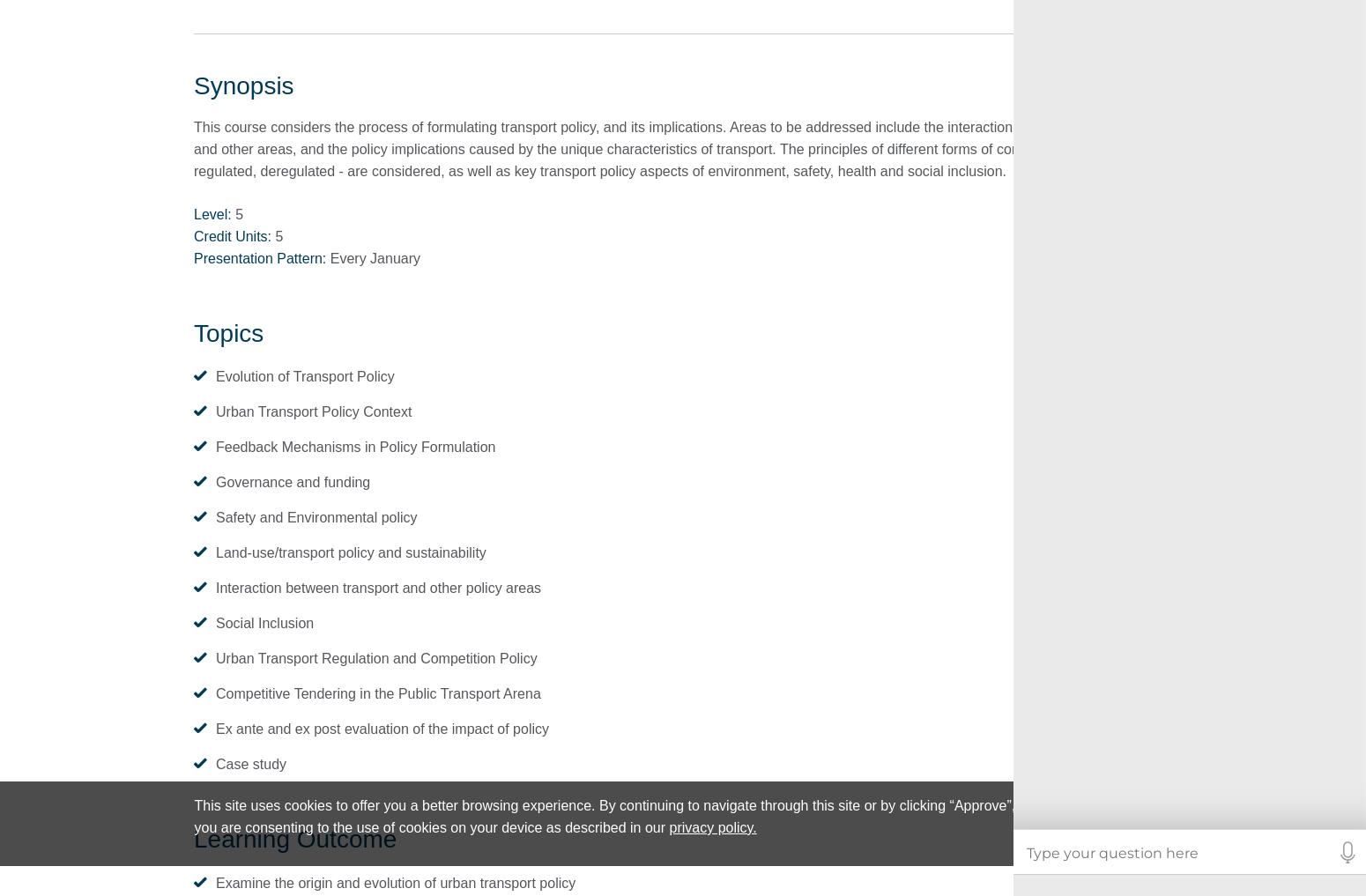  I want to click on 'This site uses cookies to offer you a better browsing experience. By continuing to navigate through this site or by clicking “Approve”, you are consenting to the use of cookies on your device as described in our', so click(604, 815).